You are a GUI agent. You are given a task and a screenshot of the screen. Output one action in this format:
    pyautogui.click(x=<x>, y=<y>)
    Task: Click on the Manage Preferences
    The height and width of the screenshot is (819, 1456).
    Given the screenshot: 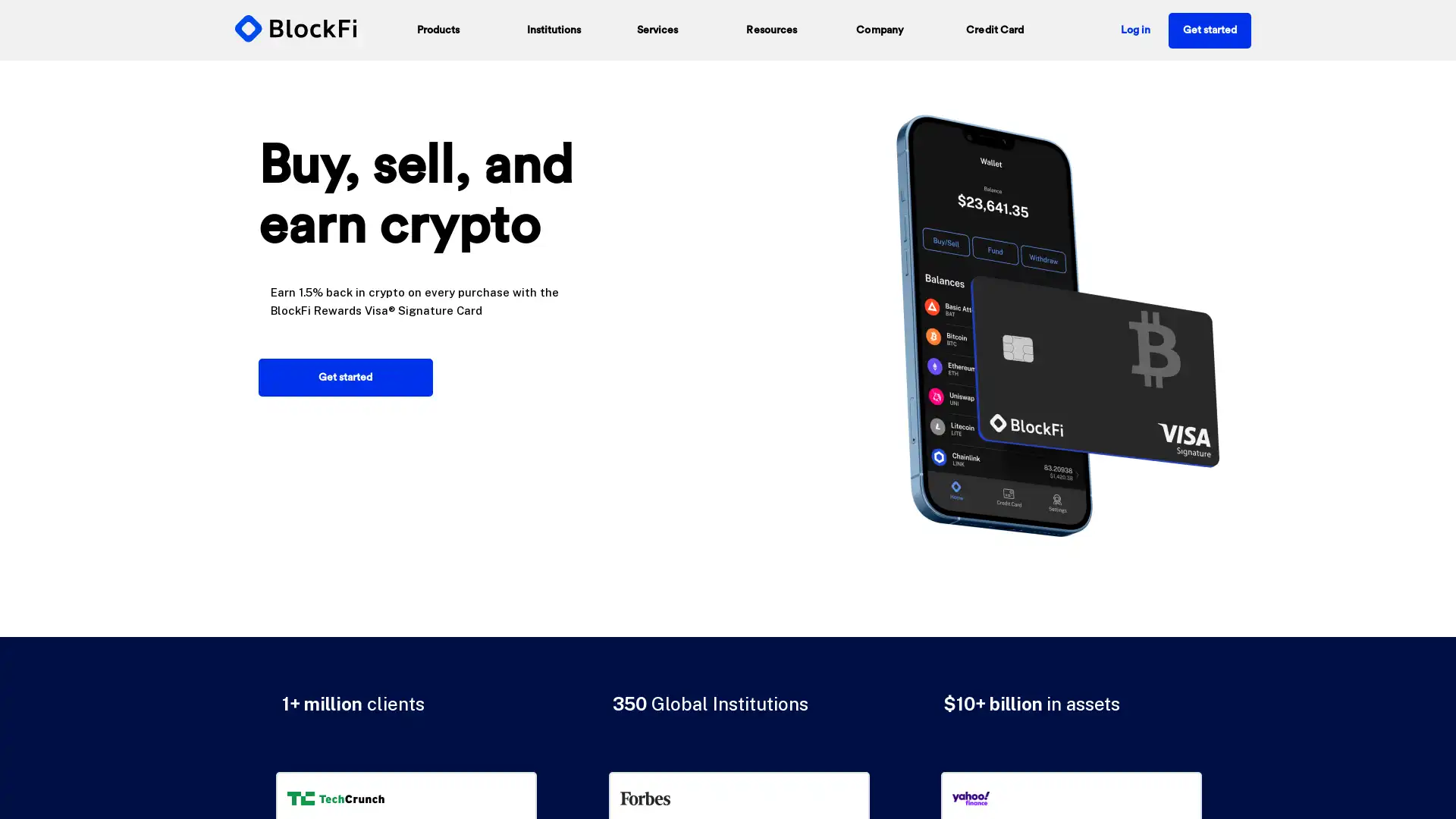 What is the action you would take?
    pyautogui.click(x=1033, y=764)
    